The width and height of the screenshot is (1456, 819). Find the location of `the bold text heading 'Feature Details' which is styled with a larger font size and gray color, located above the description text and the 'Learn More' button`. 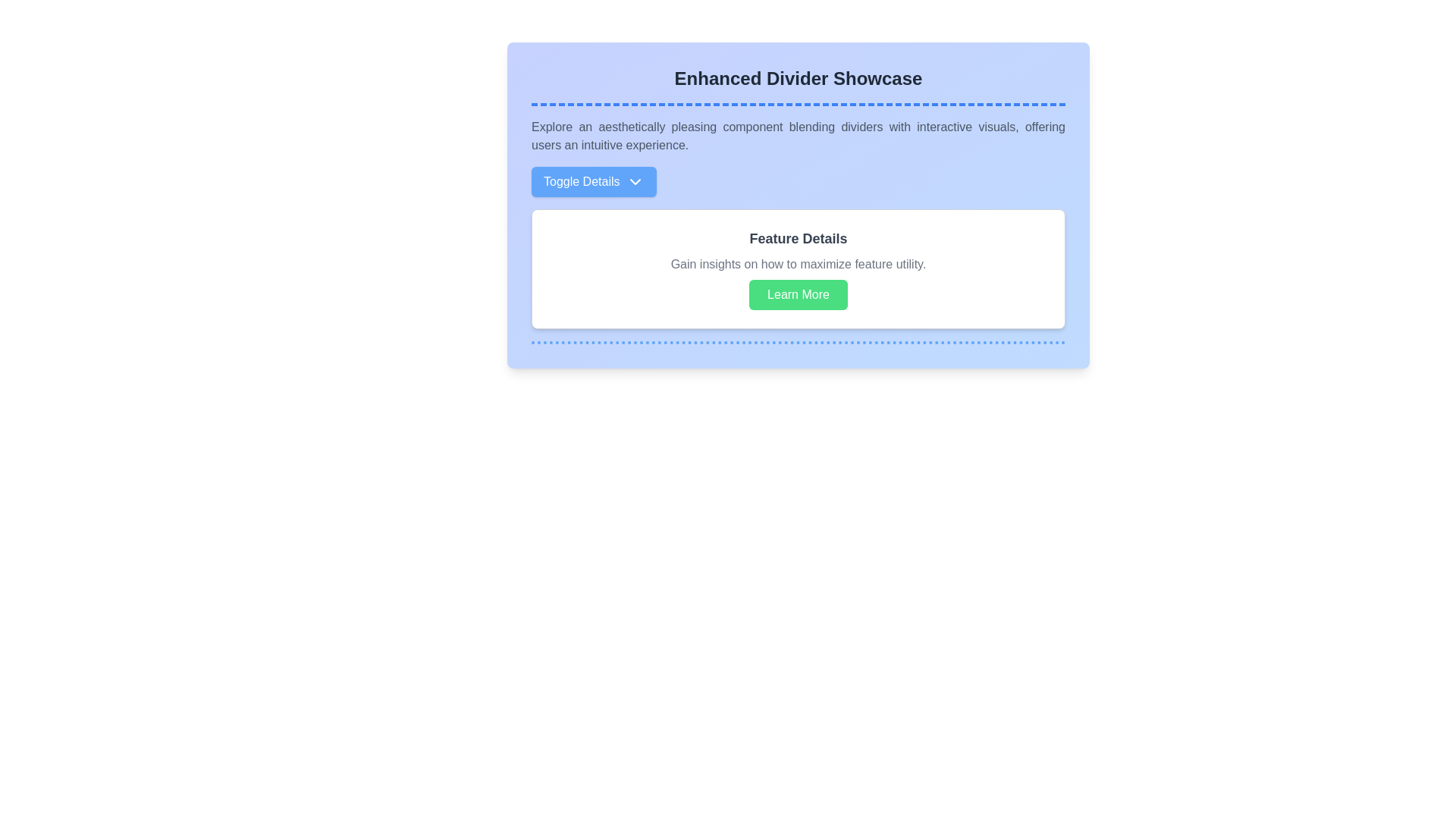

the bold text heading 'Feature Details' which is styled with a larger font size and gray color, located above the description text and the 'Learn More' button is located at coordinates (797, 239).